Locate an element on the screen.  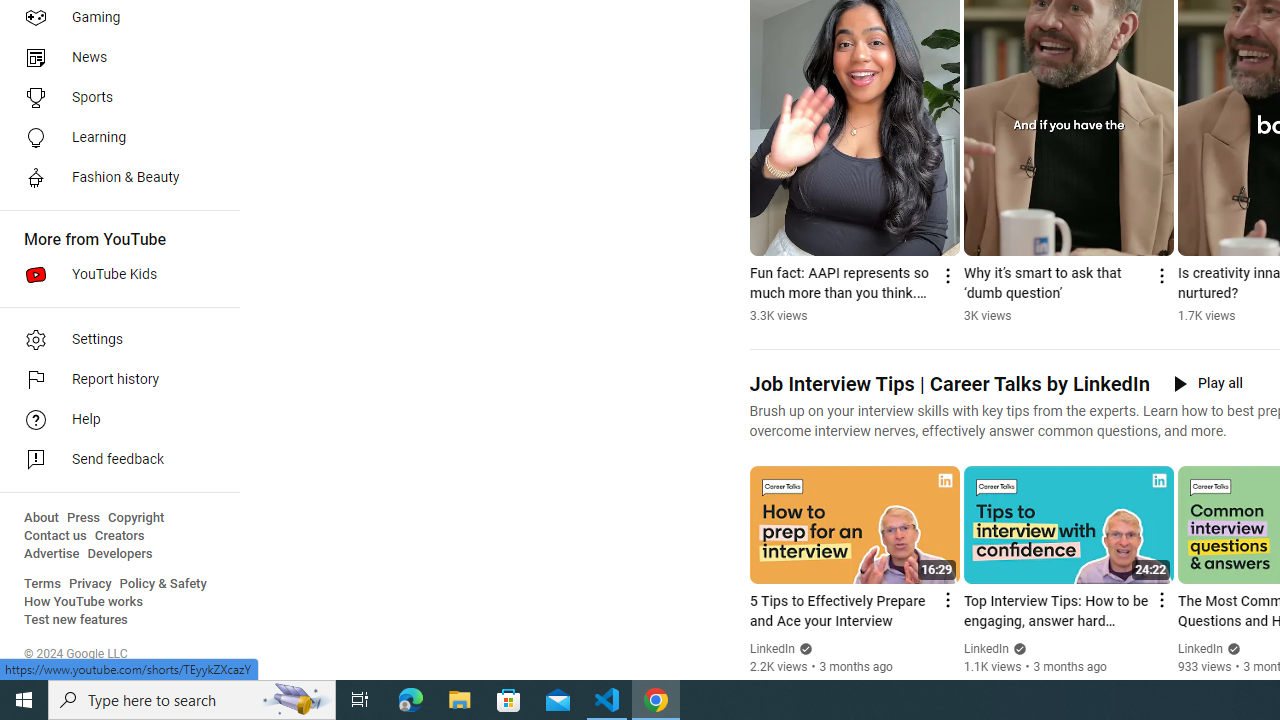
'Creators' is located at coordinates (118, 535).